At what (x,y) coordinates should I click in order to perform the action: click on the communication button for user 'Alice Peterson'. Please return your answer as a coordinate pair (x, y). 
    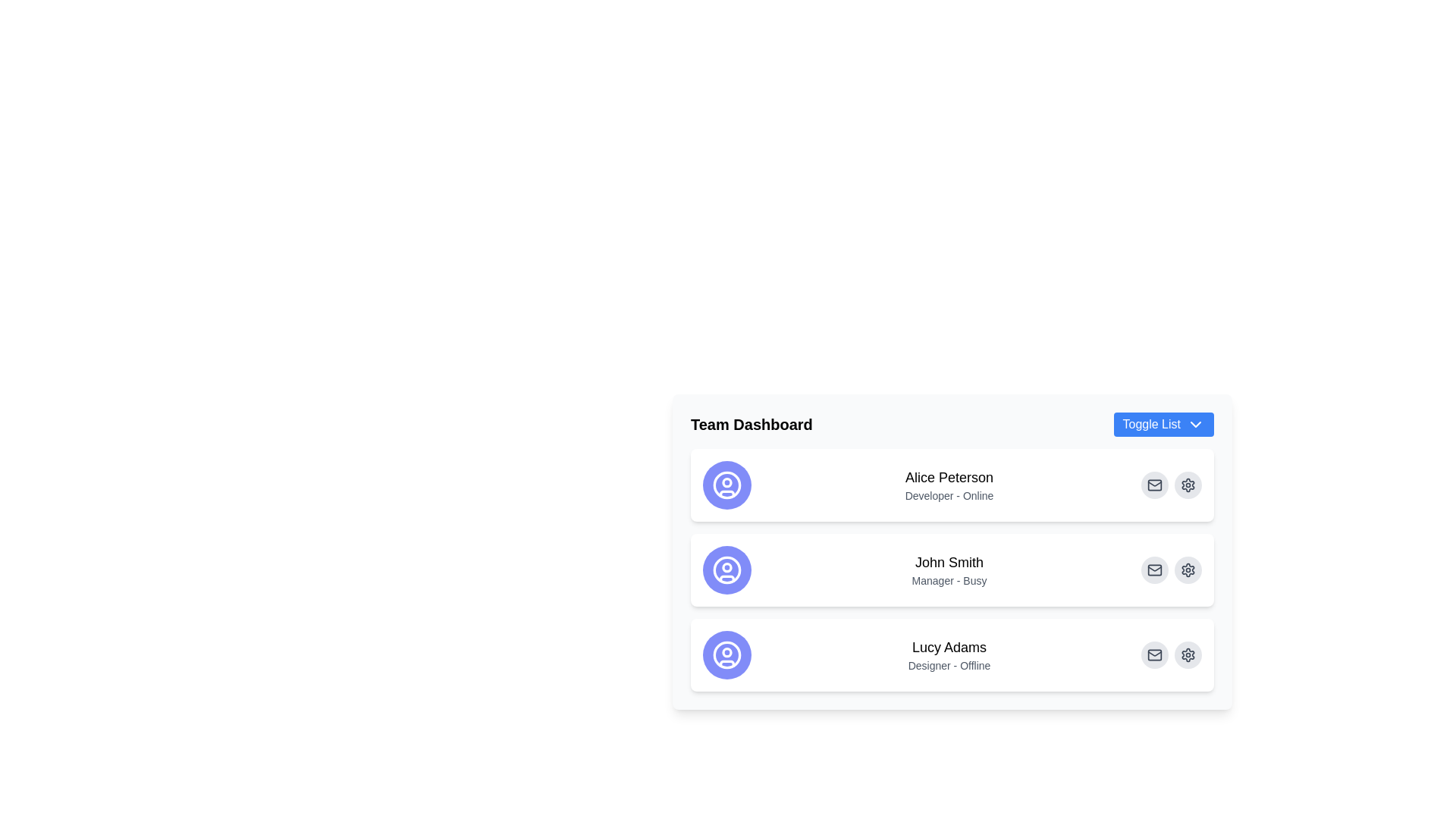
    Looking at the image, I should click on (1153, 485).